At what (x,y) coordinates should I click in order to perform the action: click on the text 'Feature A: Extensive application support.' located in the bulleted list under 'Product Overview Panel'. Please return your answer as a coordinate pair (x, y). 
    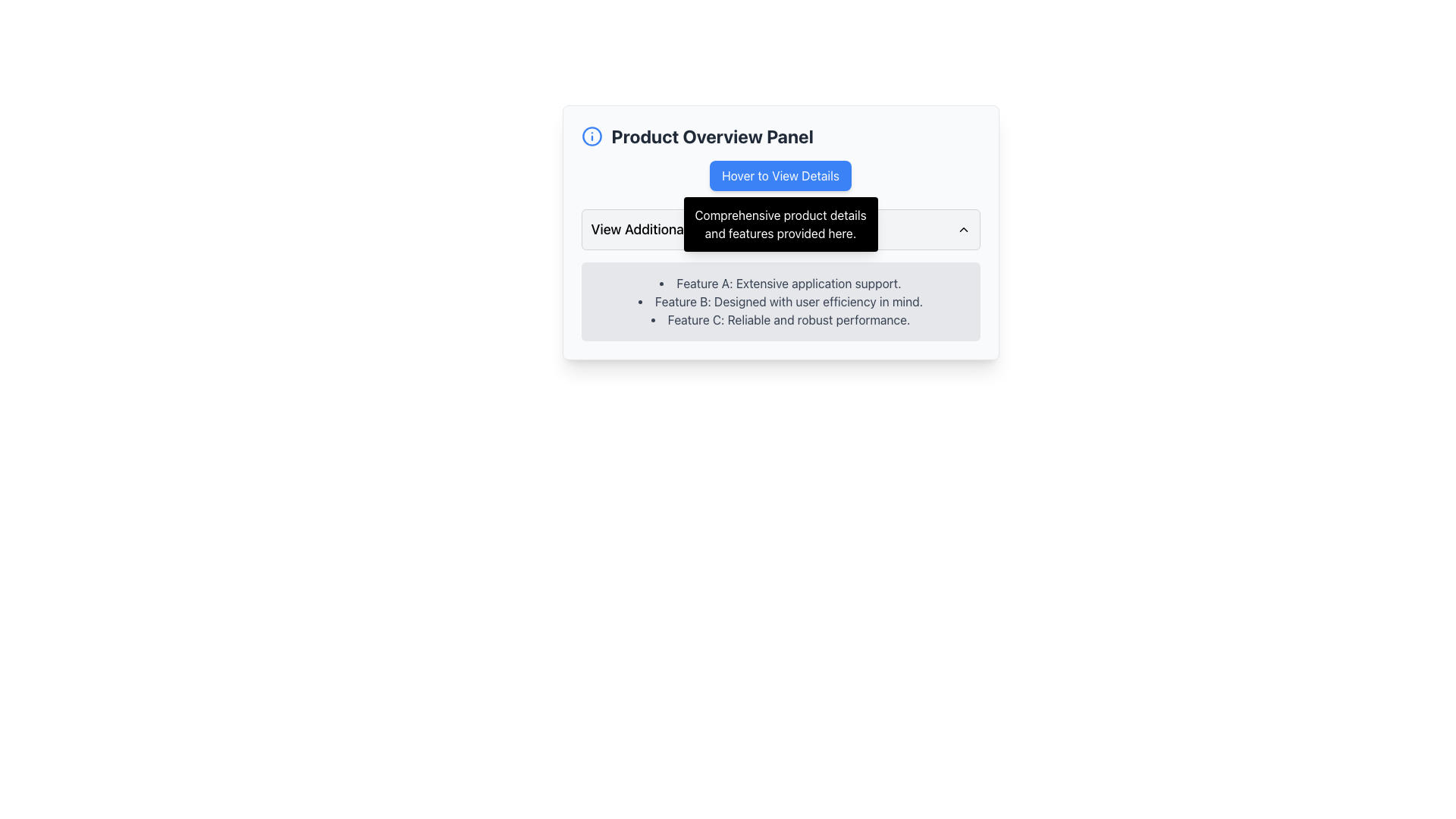
    Looking at the image, I should click on (780, 284).